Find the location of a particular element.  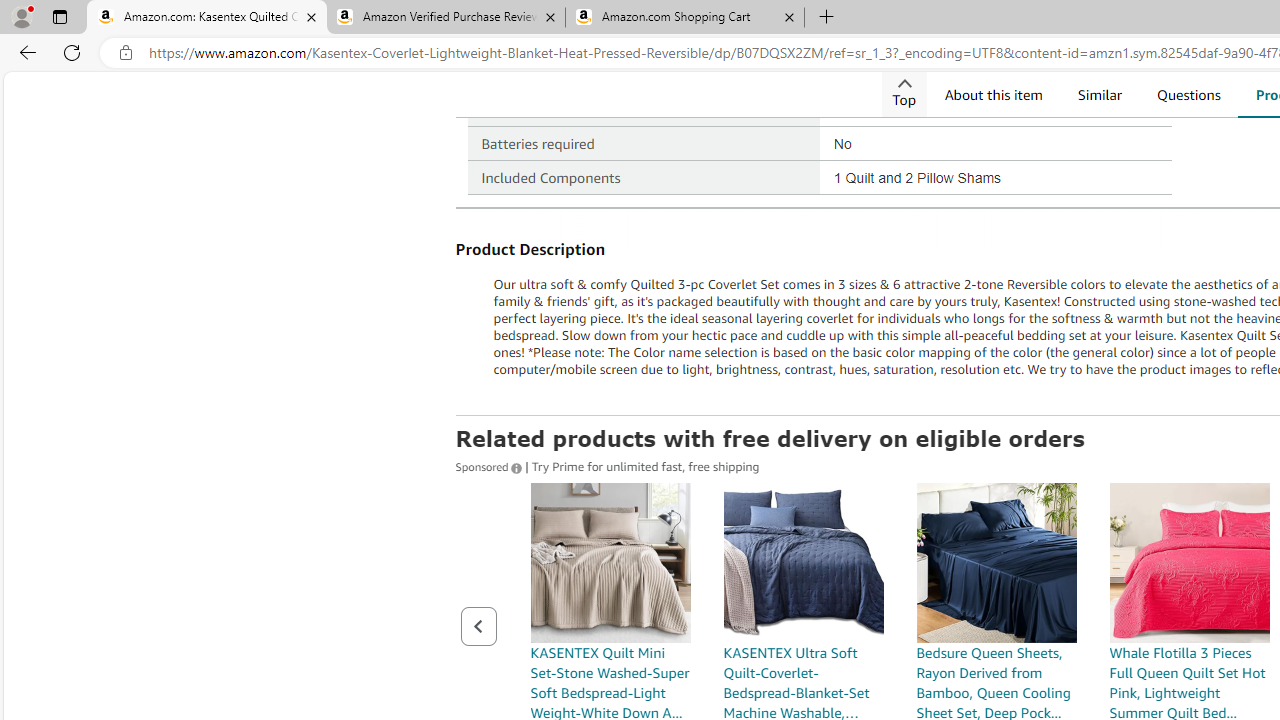

'Amazon.com Shopping Cart' is located at coordinates (684, 17).